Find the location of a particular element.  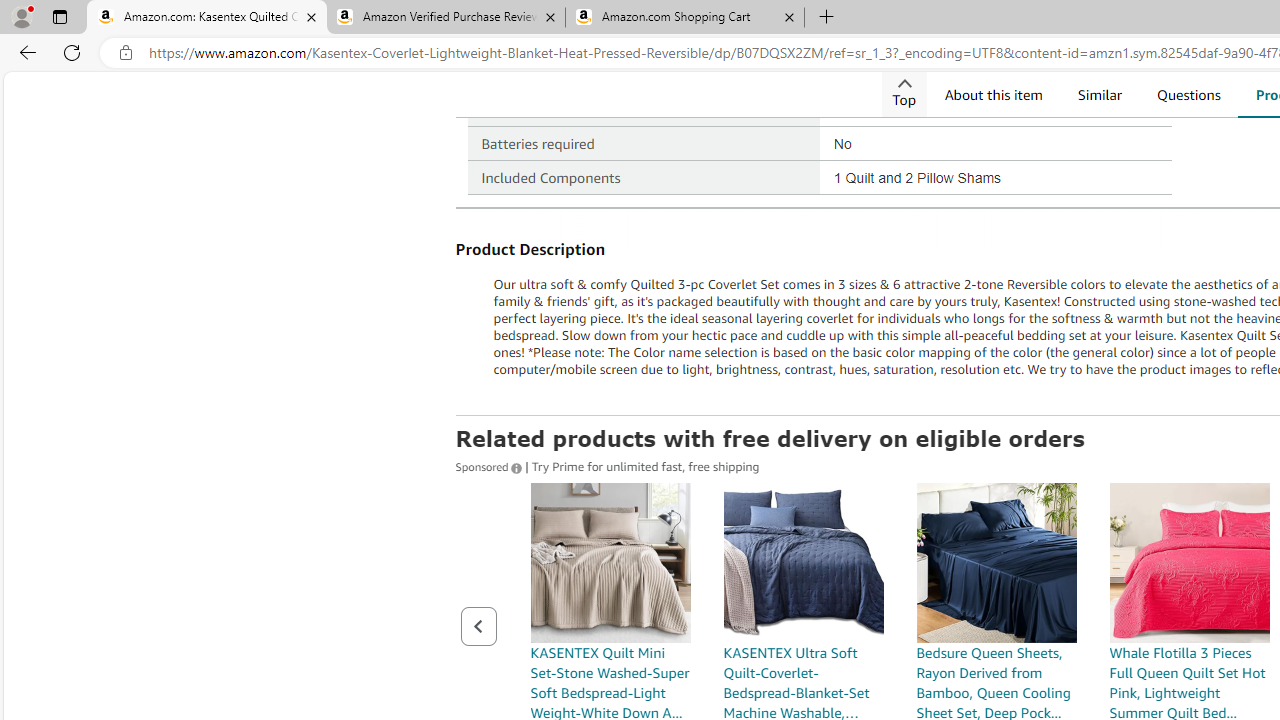

'Amazon.com Shopping Cart' is located at coordinates (684, 17).